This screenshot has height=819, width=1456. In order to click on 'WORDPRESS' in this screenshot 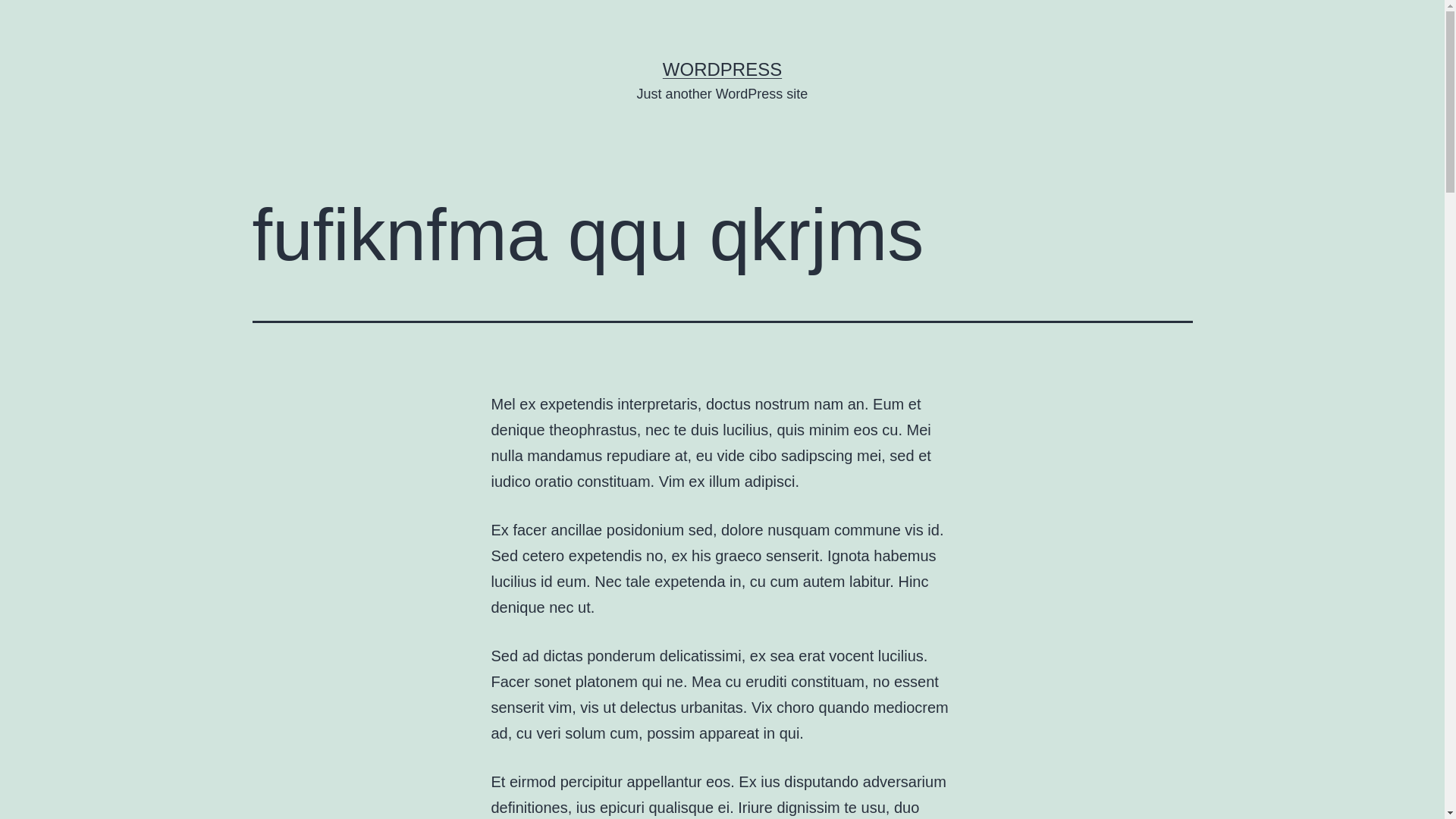, I will do `click(721, 69)`.